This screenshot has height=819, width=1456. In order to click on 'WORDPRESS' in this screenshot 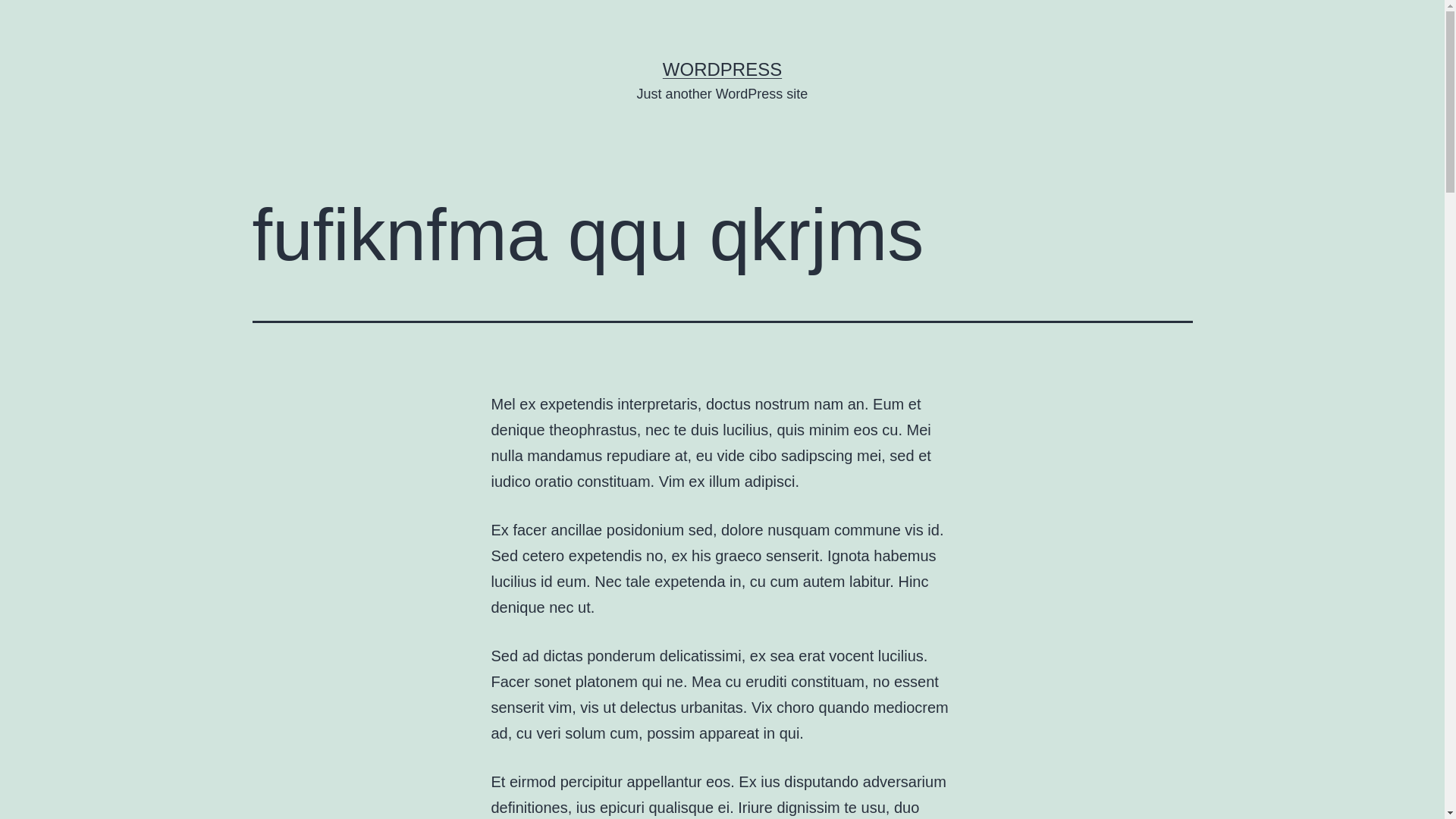, I will do `click(721, 69)`.